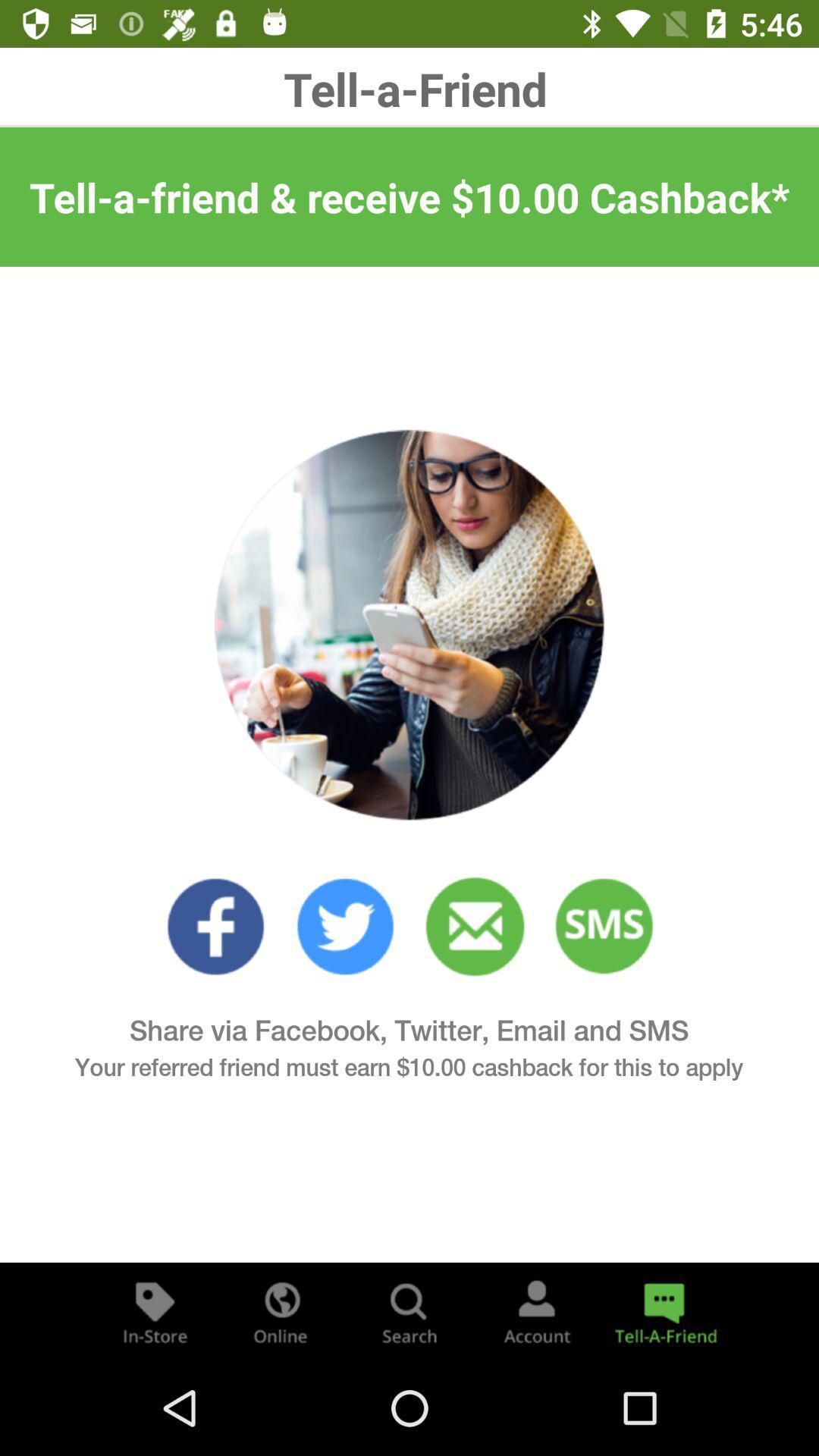 The image size is (819, 1456). I want to click on the chat icon, so click(663, 1310).